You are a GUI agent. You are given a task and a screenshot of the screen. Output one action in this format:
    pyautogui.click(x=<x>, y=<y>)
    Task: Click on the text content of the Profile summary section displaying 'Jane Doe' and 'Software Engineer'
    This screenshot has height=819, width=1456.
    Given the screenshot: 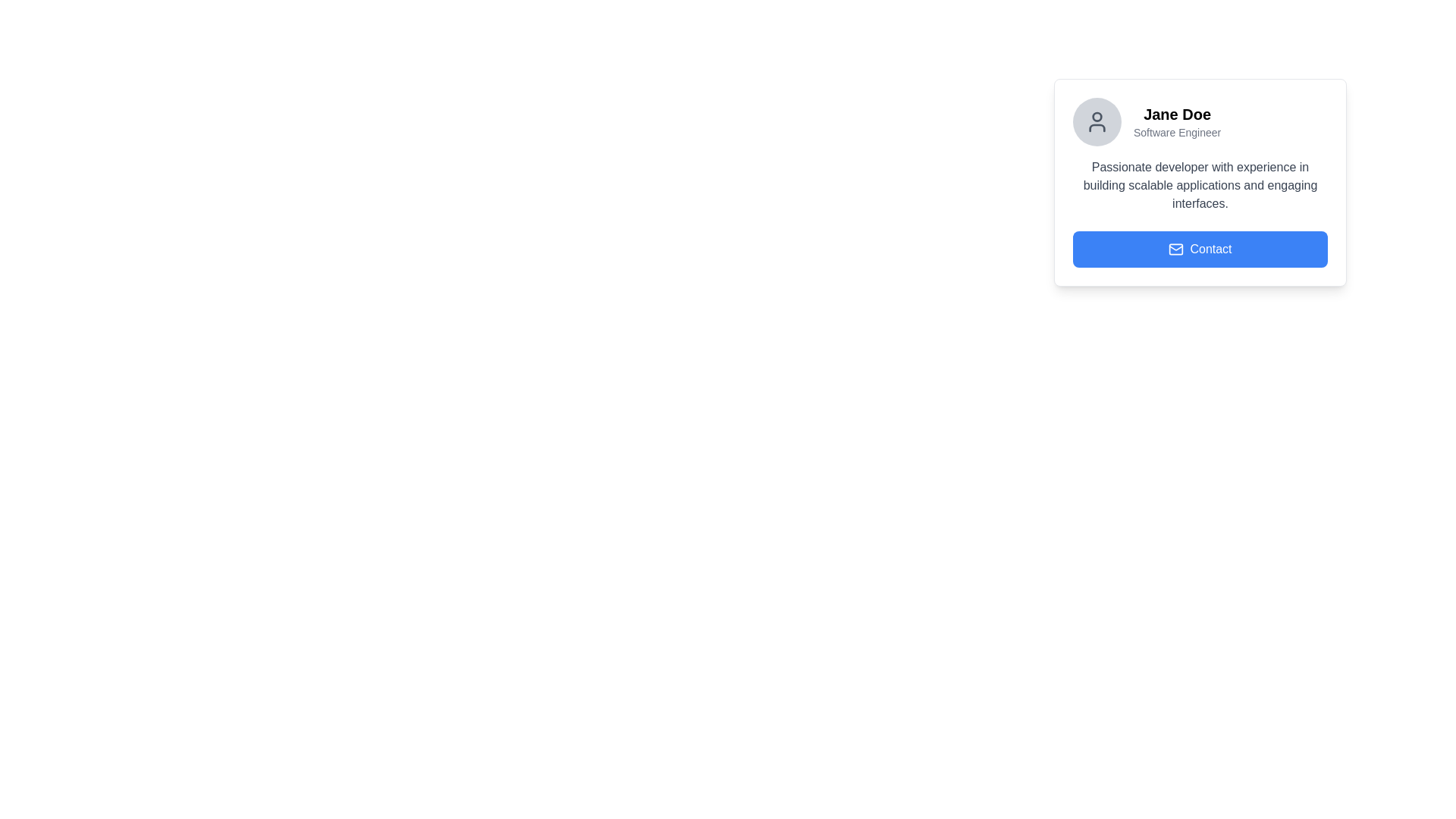 What is the action you would take?
    pyautogui.click(x=1200, y=121)
    